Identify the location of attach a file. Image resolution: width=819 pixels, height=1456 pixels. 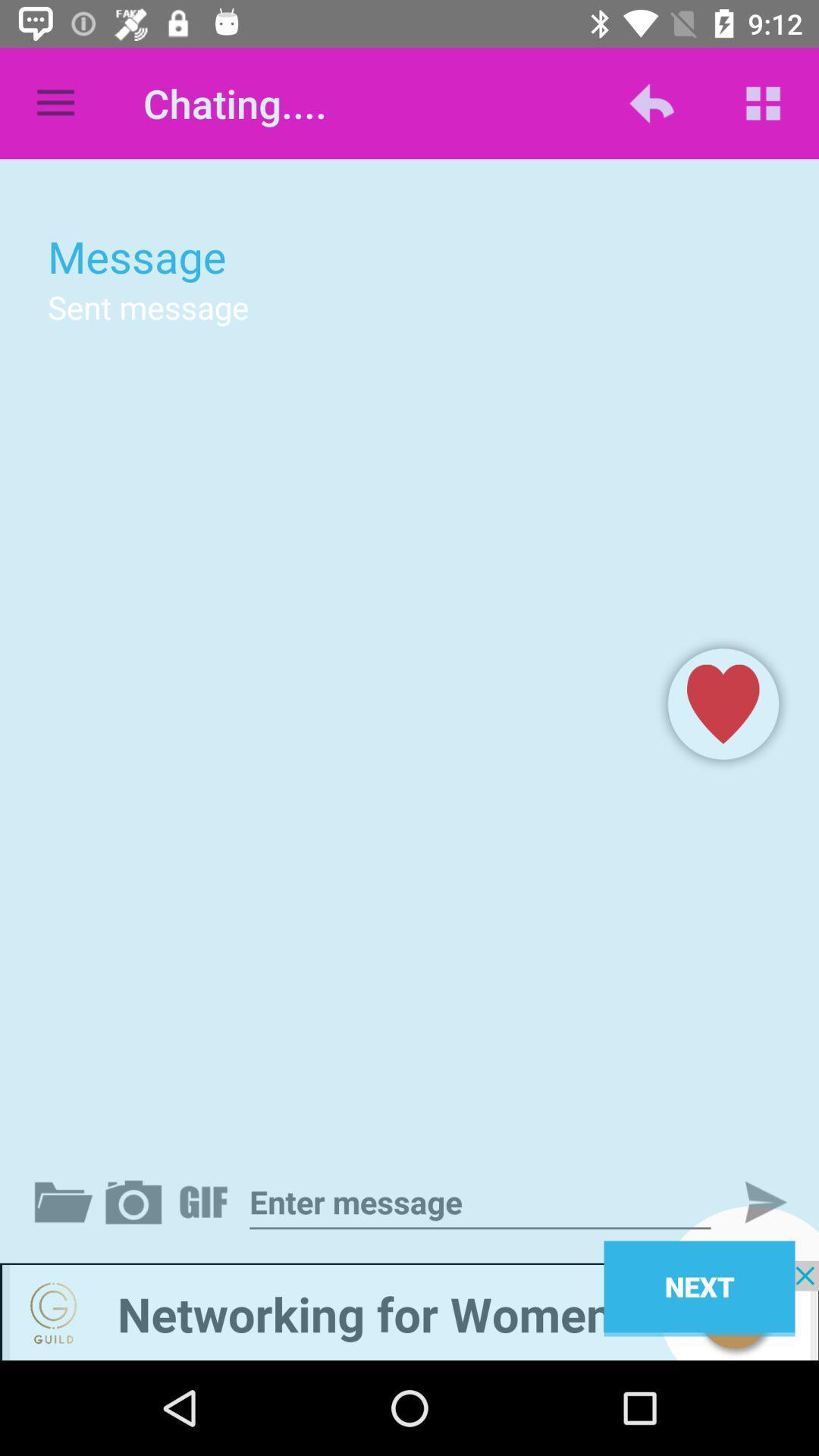
(66, 1201).